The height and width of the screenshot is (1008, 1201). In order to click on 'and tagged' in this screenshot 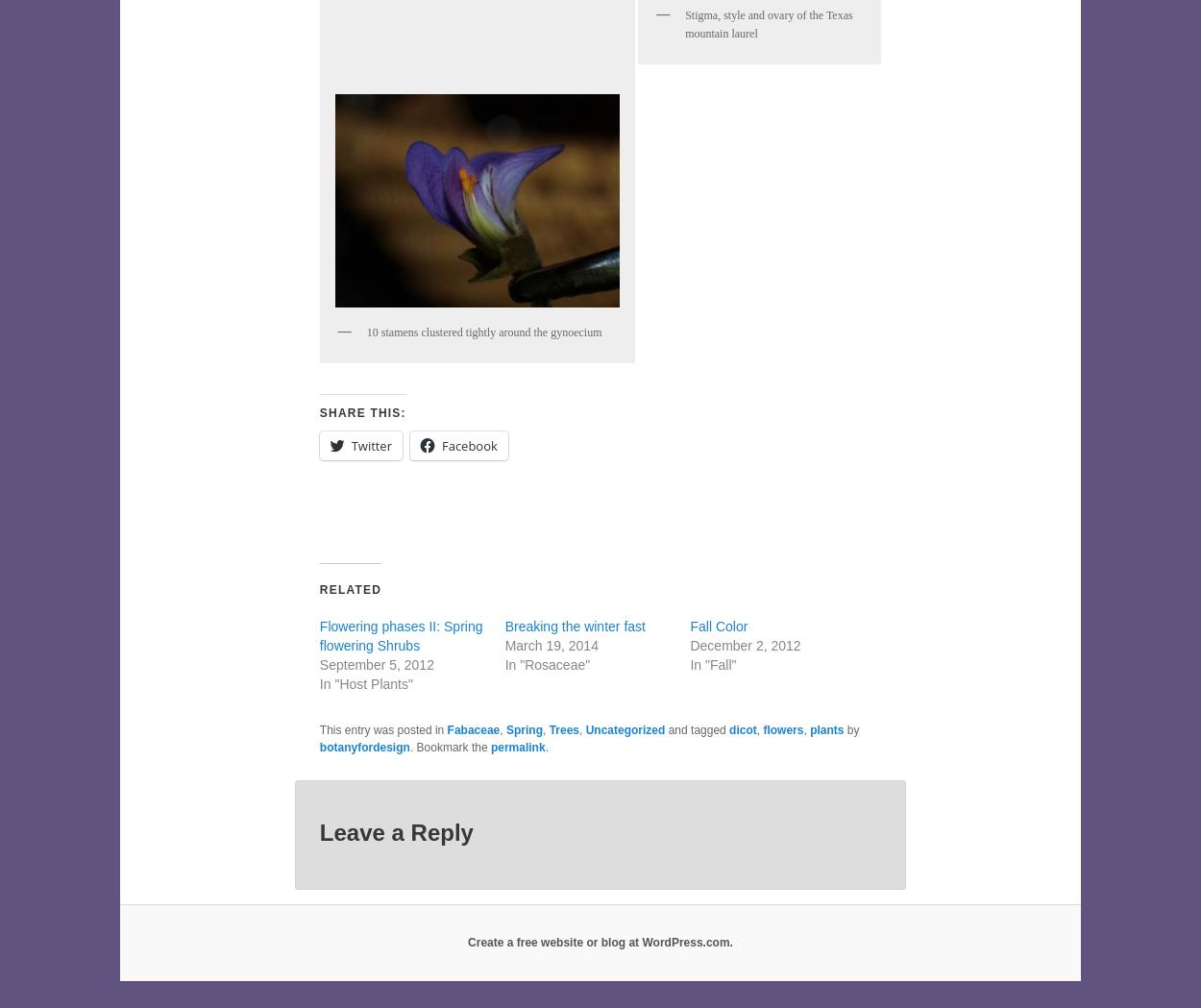, I will do `click(696, 729)`.